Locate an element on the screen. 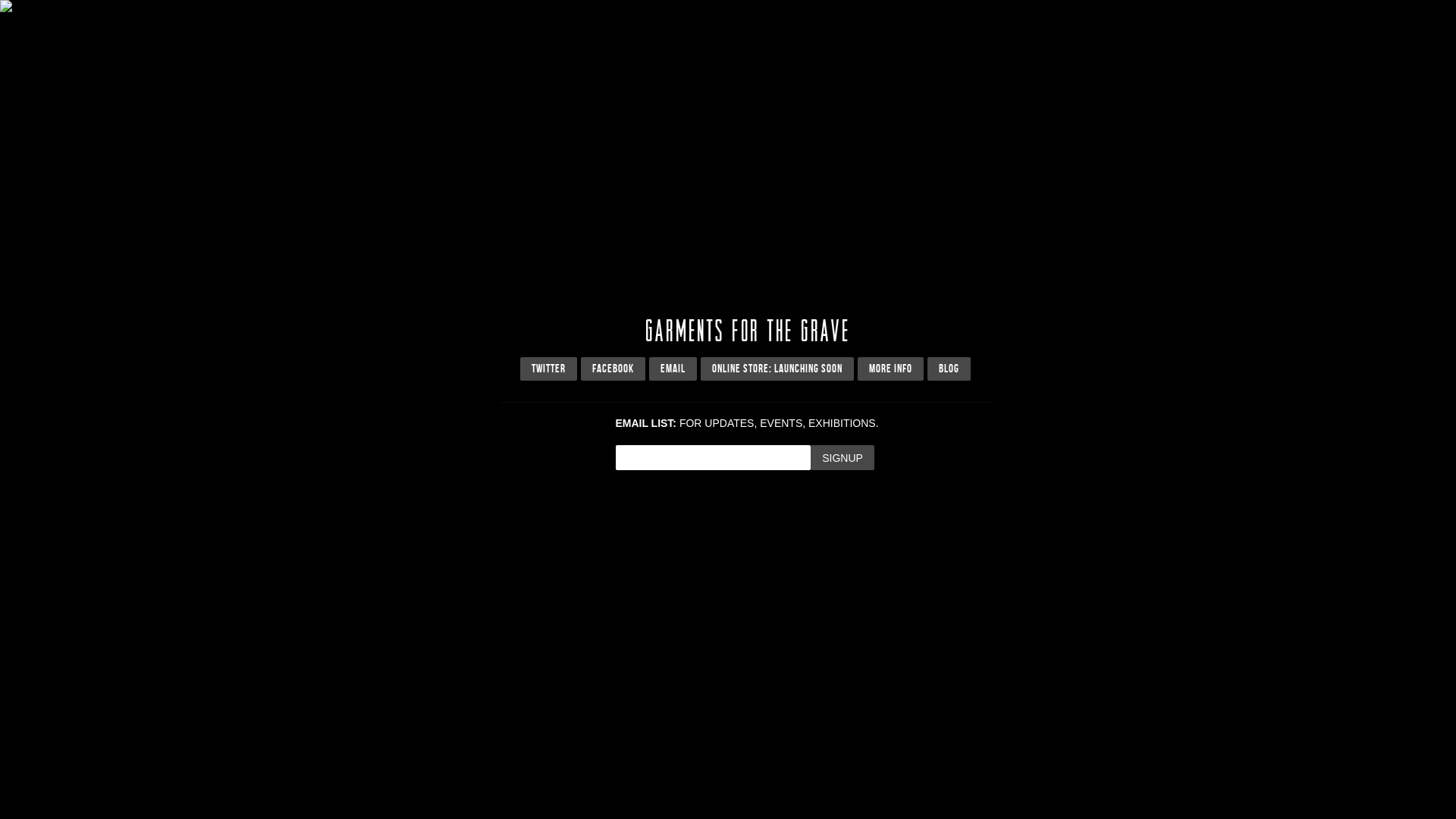 The height and width of the screenshot is (819, 1456). 'FACEBOOK' is located at coordinates (613, 369).